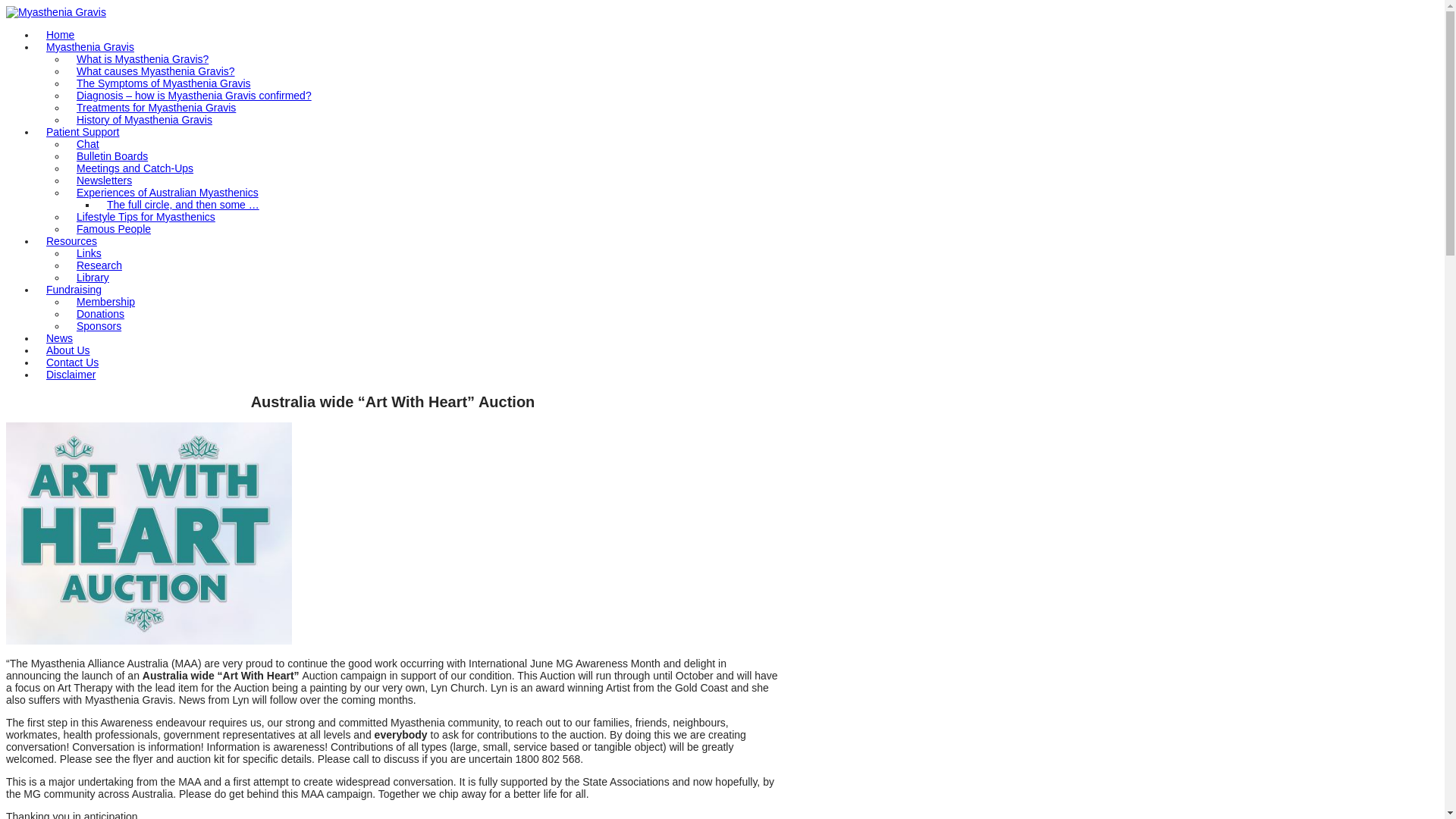 Image resolution: width=1456 pixels, height=819 pixels. I want to click on 'Bulletin Boards', so click(111, 155).